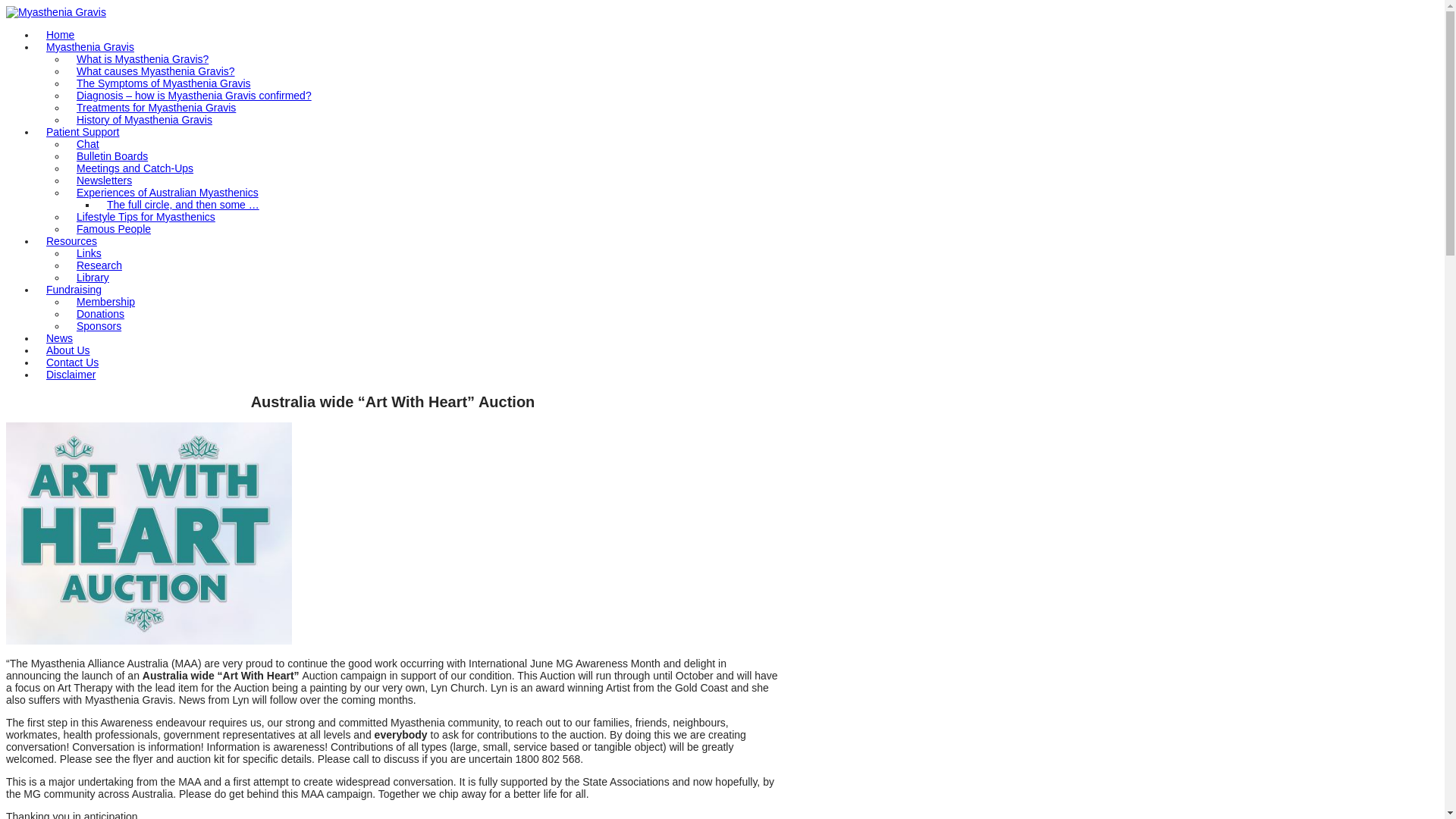 Image resolution: width=1456 pixels, height=819 pixels. I want to click on 'Bulletin Boards', so click(111, 155).